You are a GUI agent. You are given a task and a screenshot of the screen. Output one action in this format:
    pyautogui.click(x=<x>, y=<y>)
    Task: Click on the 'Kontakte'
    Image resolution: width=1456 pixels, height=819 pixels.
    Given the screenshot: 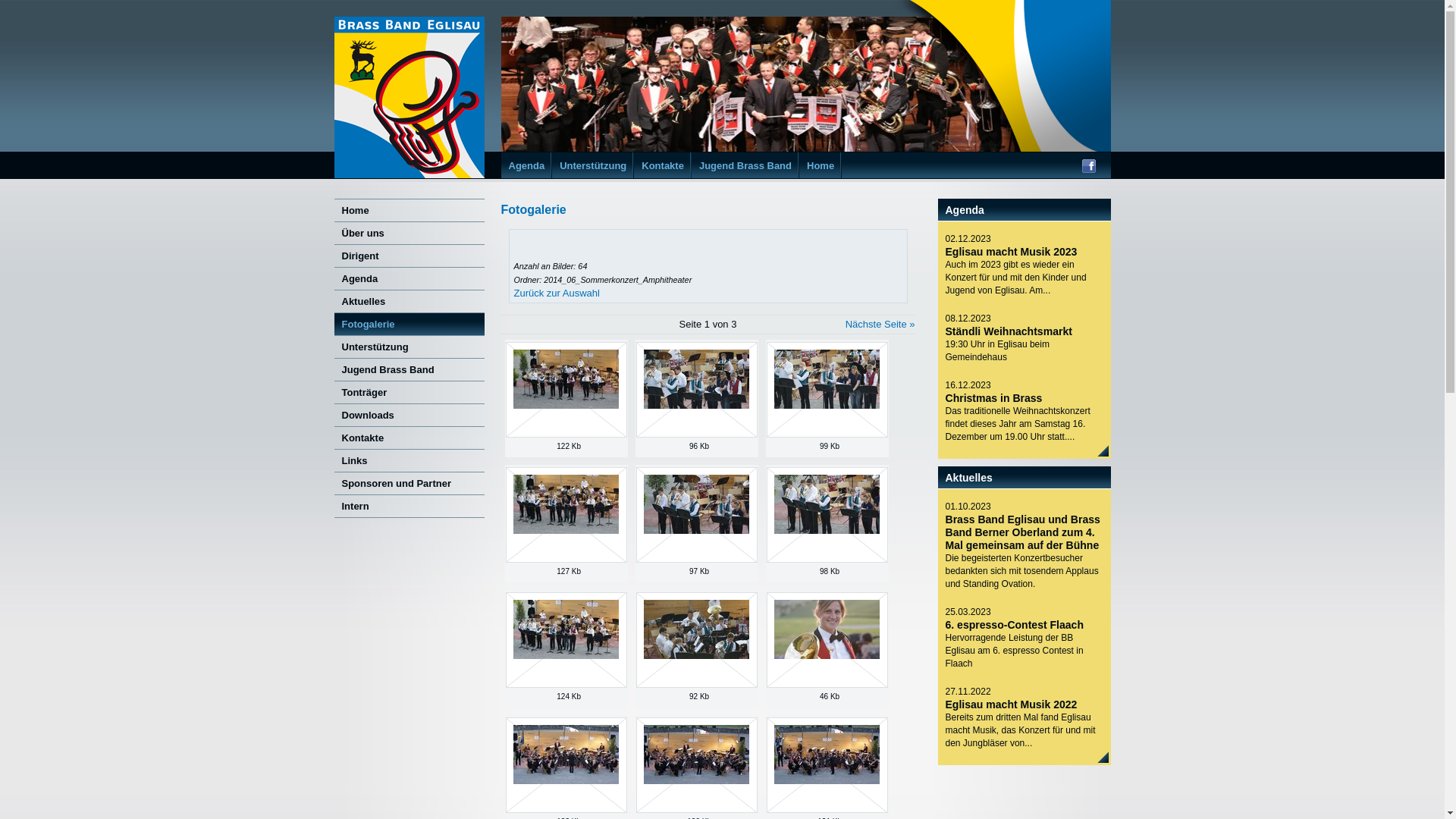 What is the action you would take?
    pyautogui.click(x=408, y=438)
    